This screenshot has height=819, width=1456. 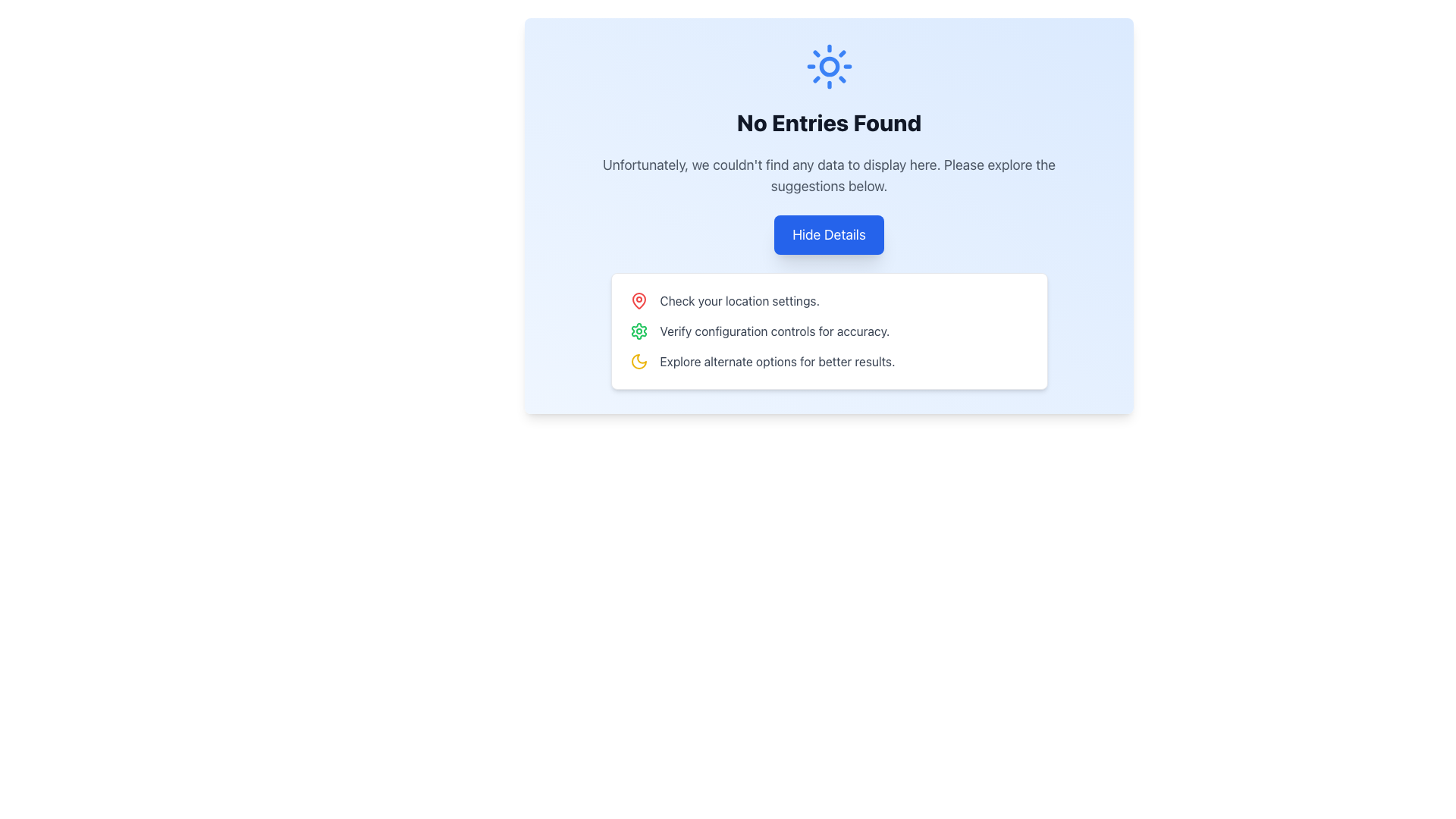 What do you see at coordinates (828, 330) in the screenshot?
I see `the actionable list item containing the text 'Verify configuration controls for accuracy.'` at bounding box center [828, 330].